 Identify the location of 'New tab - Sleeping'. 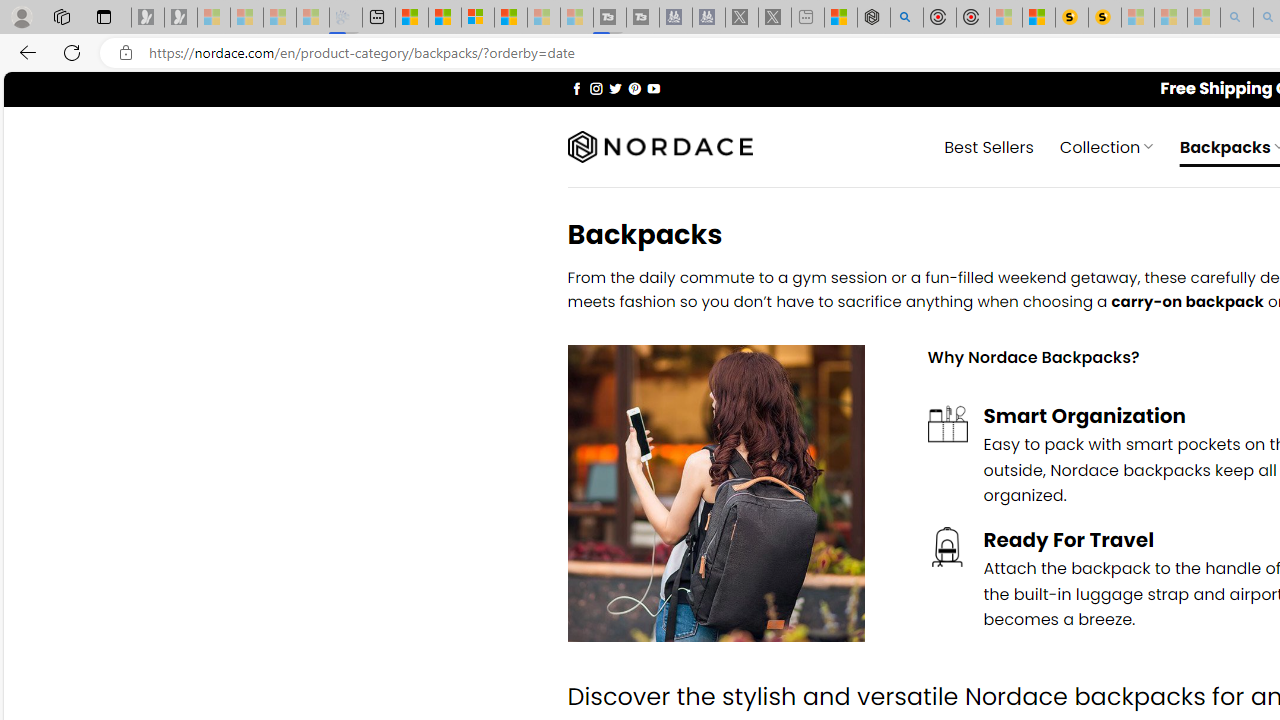
(808, 17).